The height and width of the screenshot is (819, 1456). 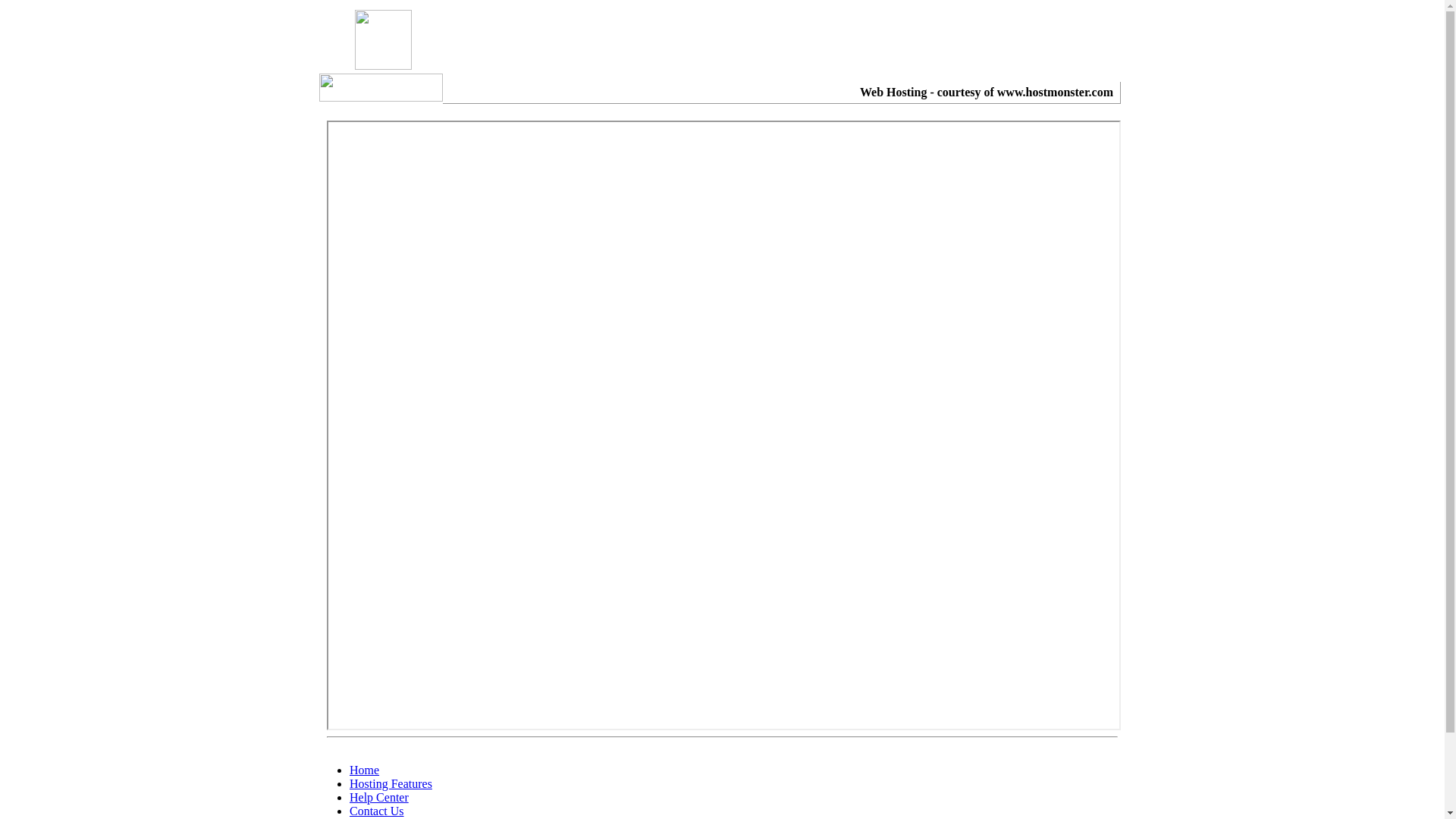 I want to click on 'Help Center', so click(x=378, y=796).